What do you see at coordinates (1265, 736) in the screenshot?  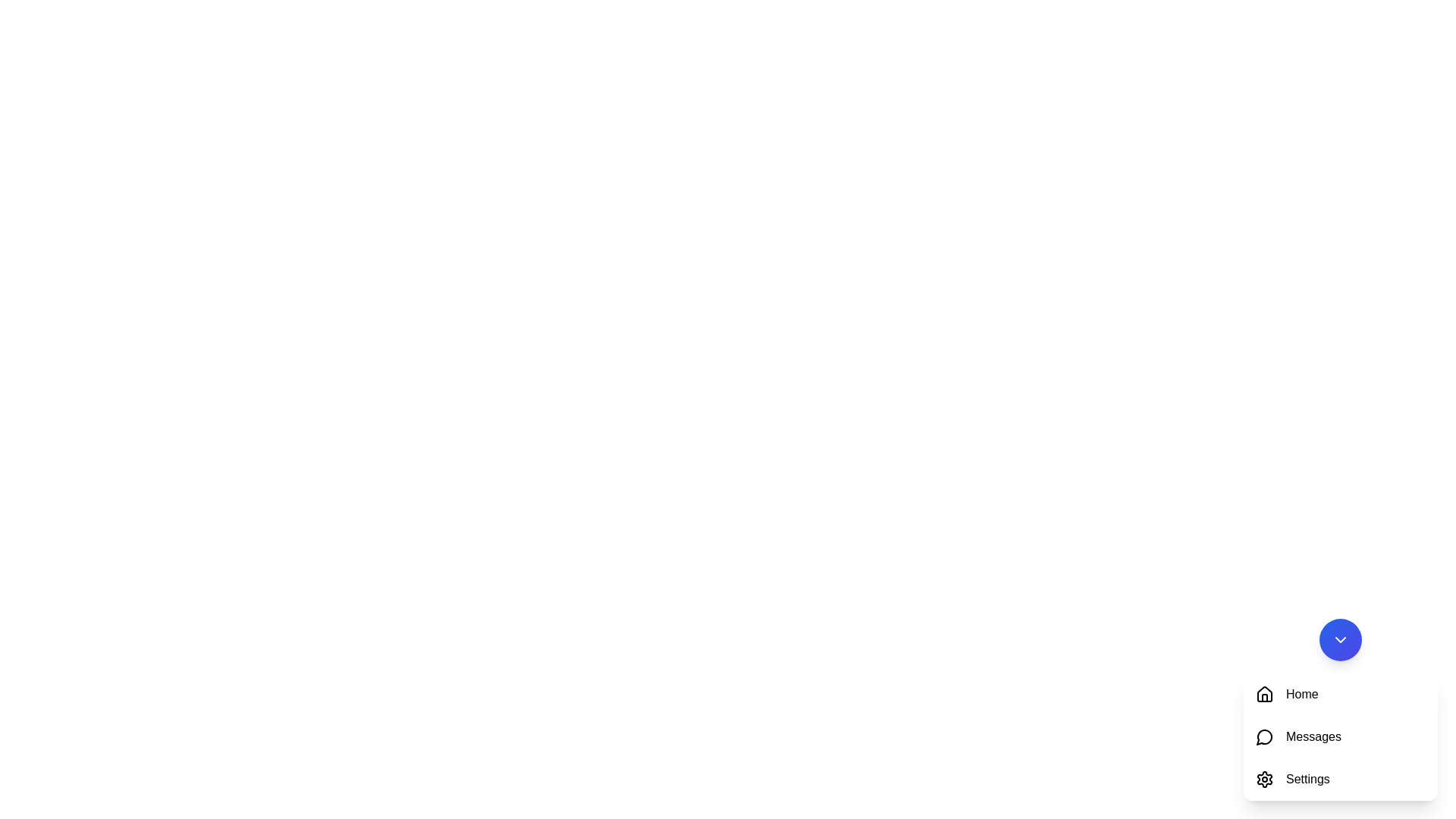 I see `the 'Messages' icon located to the left of the text 'Messages'` at bounding box center [1265, 736].